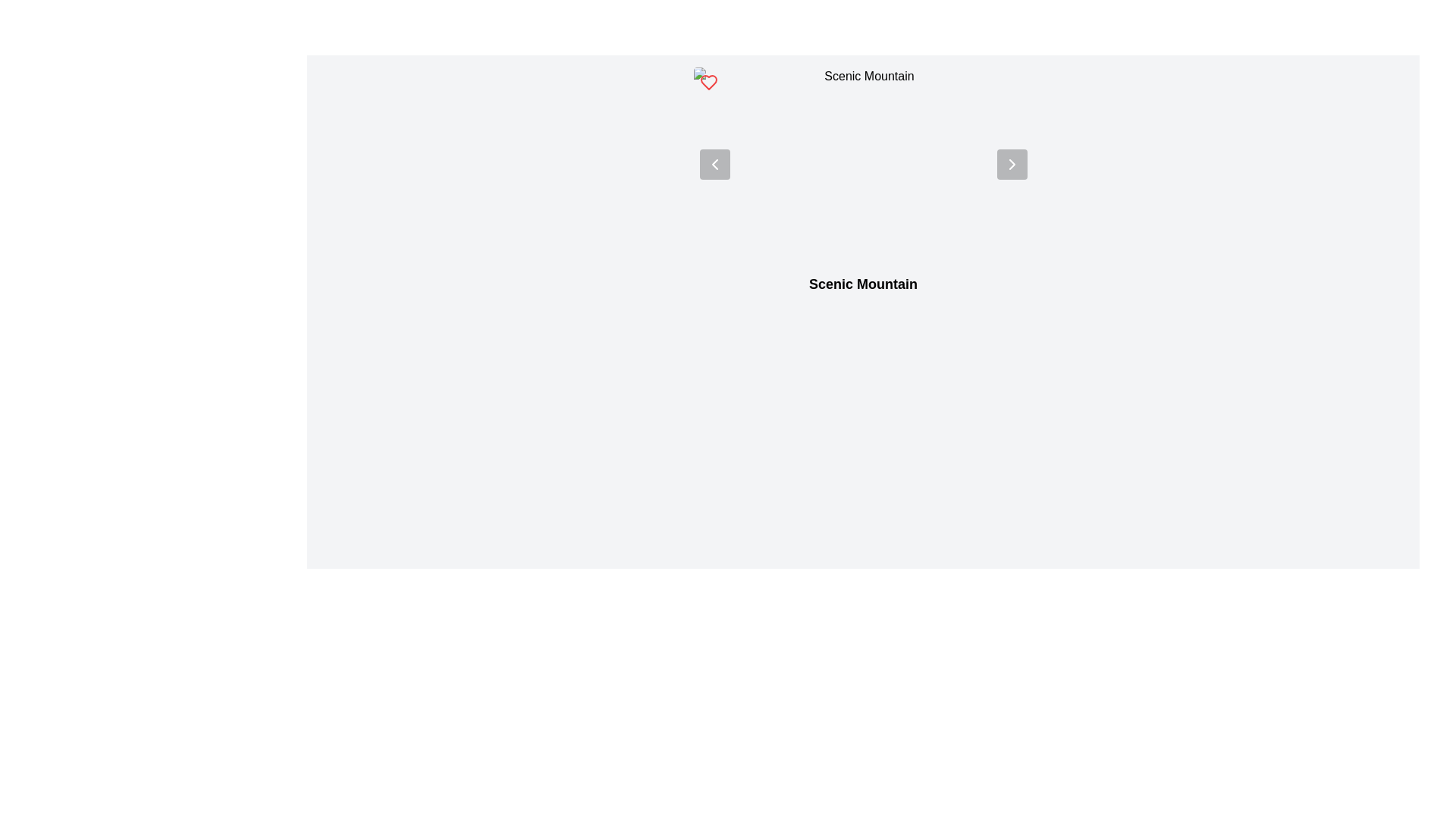 The width and height of the screenshot is (1456, 819). What do you see at coordinates (708, 82) in the screenshot?
I see `the red heart icon located near the top left section of the interface to like or favorite the item associated with the label 'Scenic Mountain'` at bounding box center [708, 82].